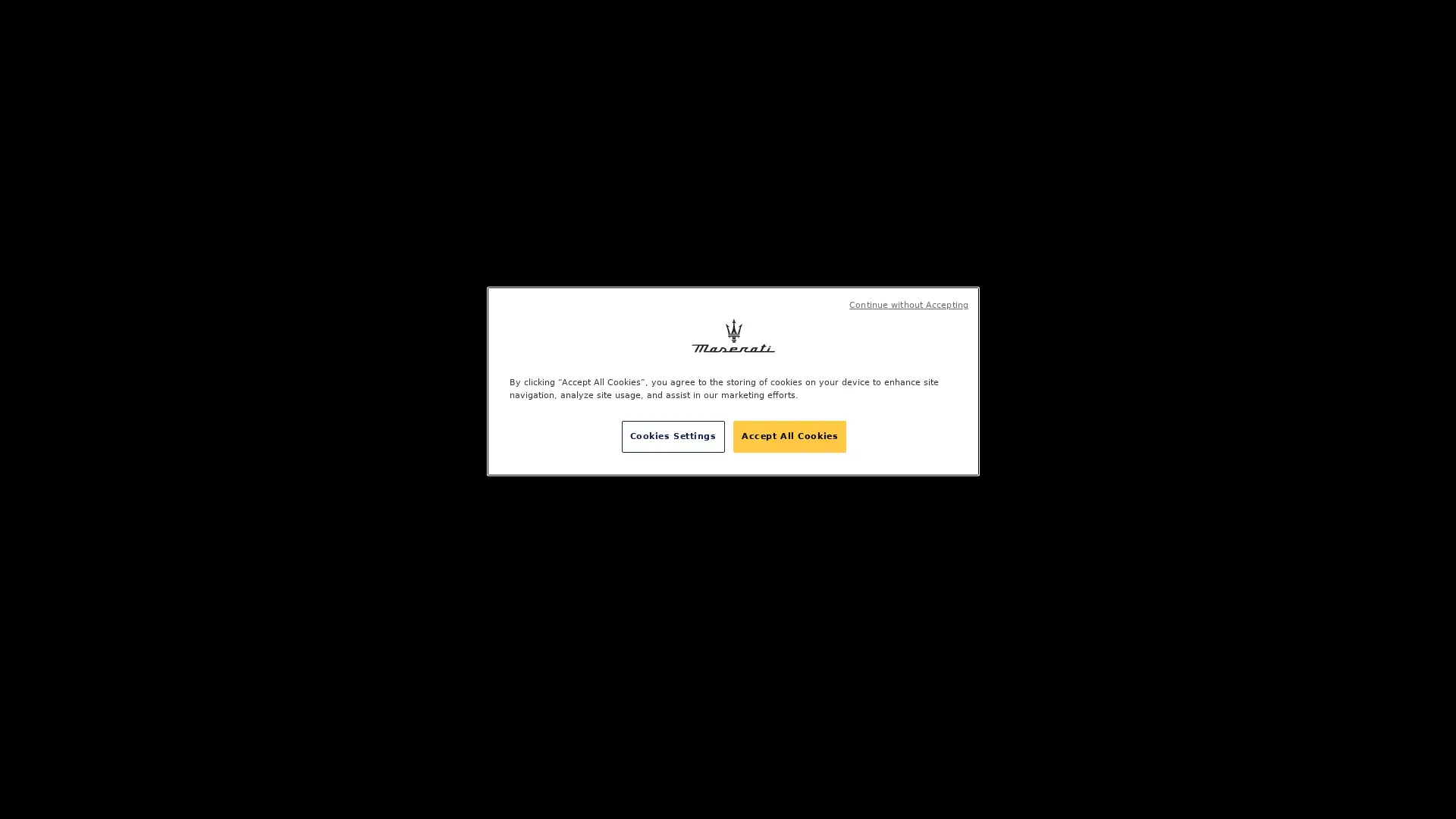 The width and height of the screenshot is (1456, 819). What do you see at coordinates (672, 436) in the screenshot?
I see `Cookies Settings` at bounding box center [672, 436].